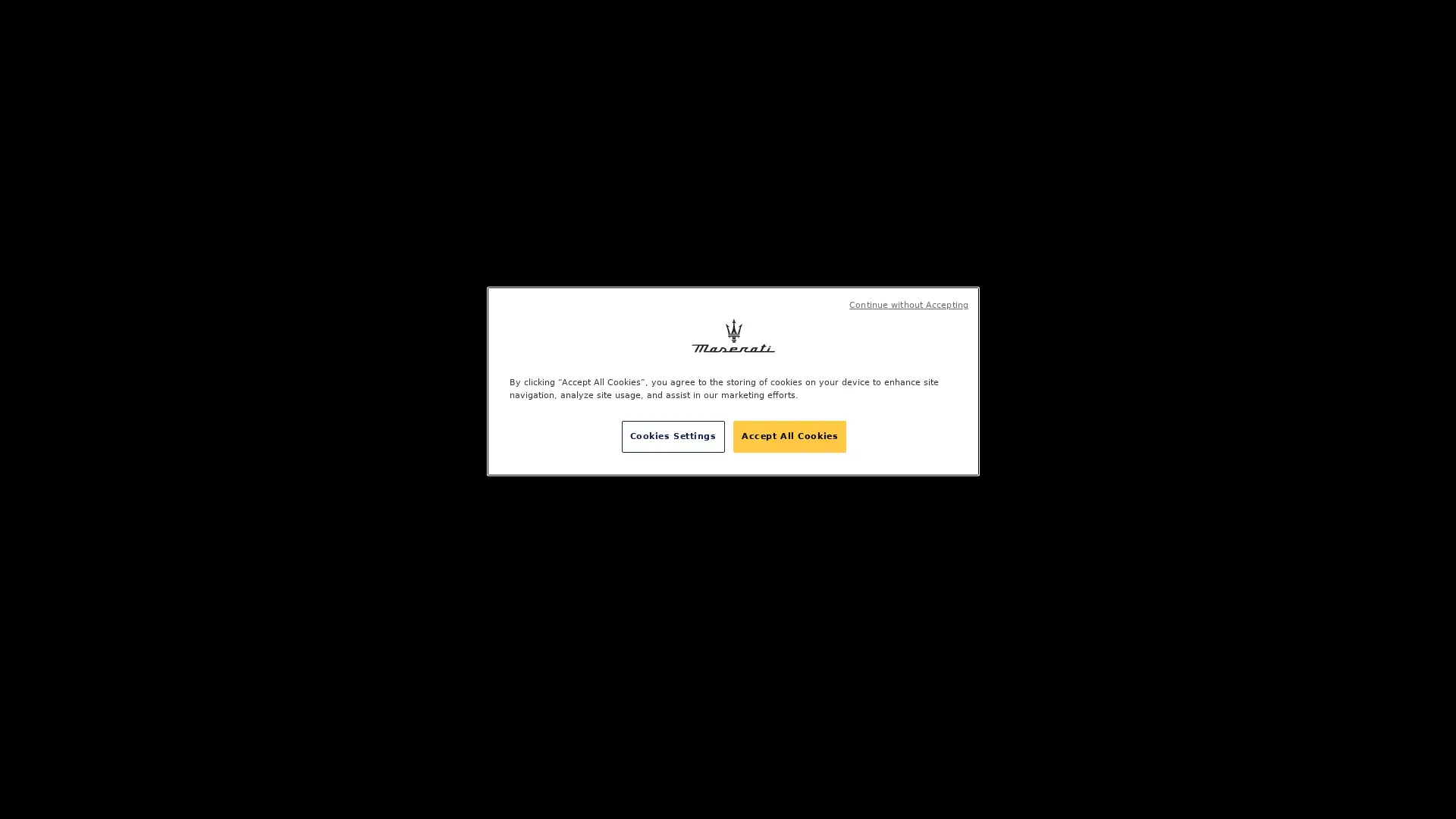 The width and height of the screenshot is (1456, 819). What do you see at coordinates (672, 436) in the screenshot?
I see `Cookies Settings` at bounding box center [672, 436].